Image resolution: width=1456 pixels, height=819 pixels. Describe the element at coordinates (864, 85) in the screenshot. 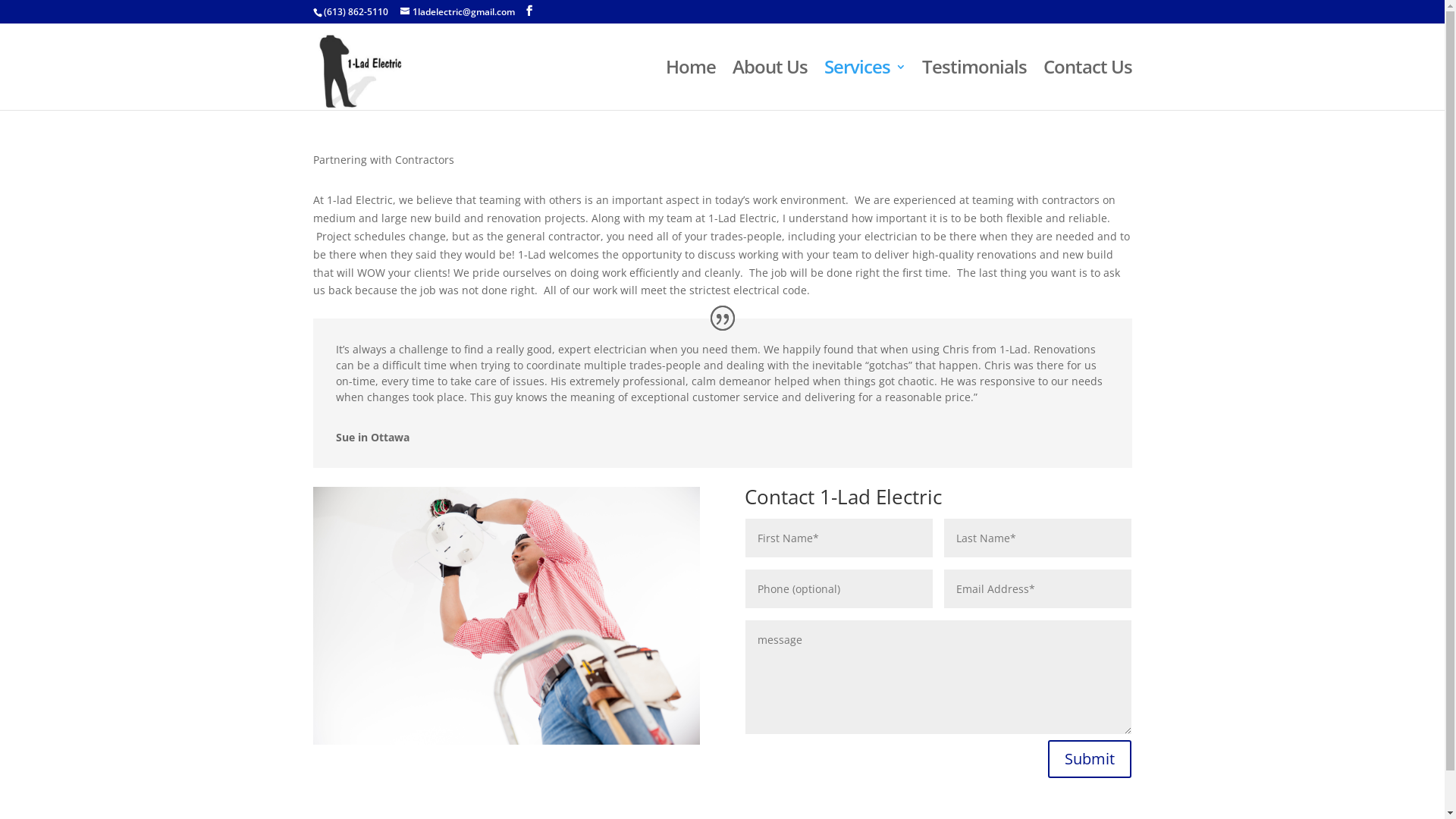

I see `'Services'` at that location.